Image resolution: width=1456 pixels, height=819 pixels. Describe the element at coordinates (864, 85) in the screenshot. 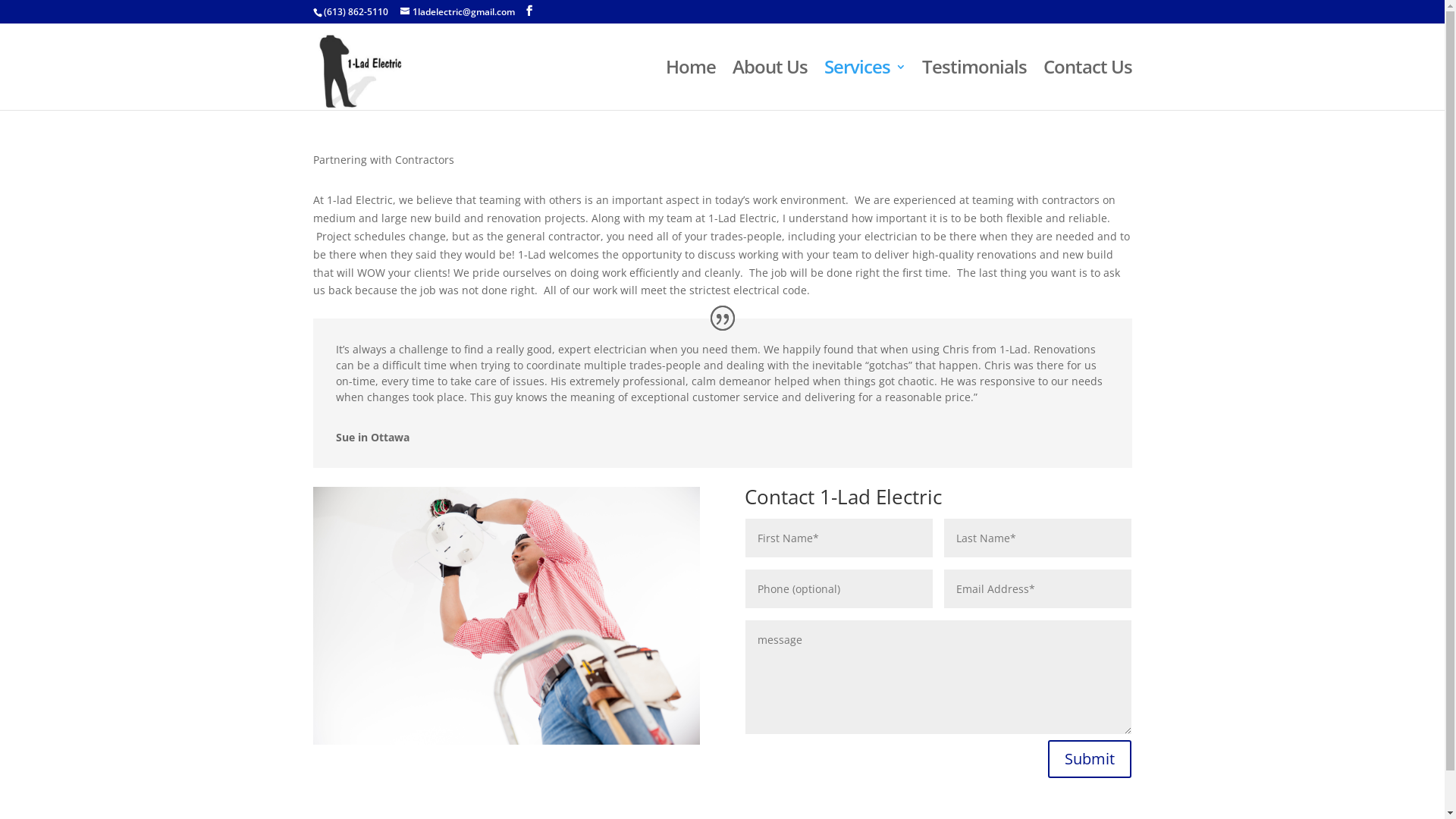

I see `'Services'` at that location.